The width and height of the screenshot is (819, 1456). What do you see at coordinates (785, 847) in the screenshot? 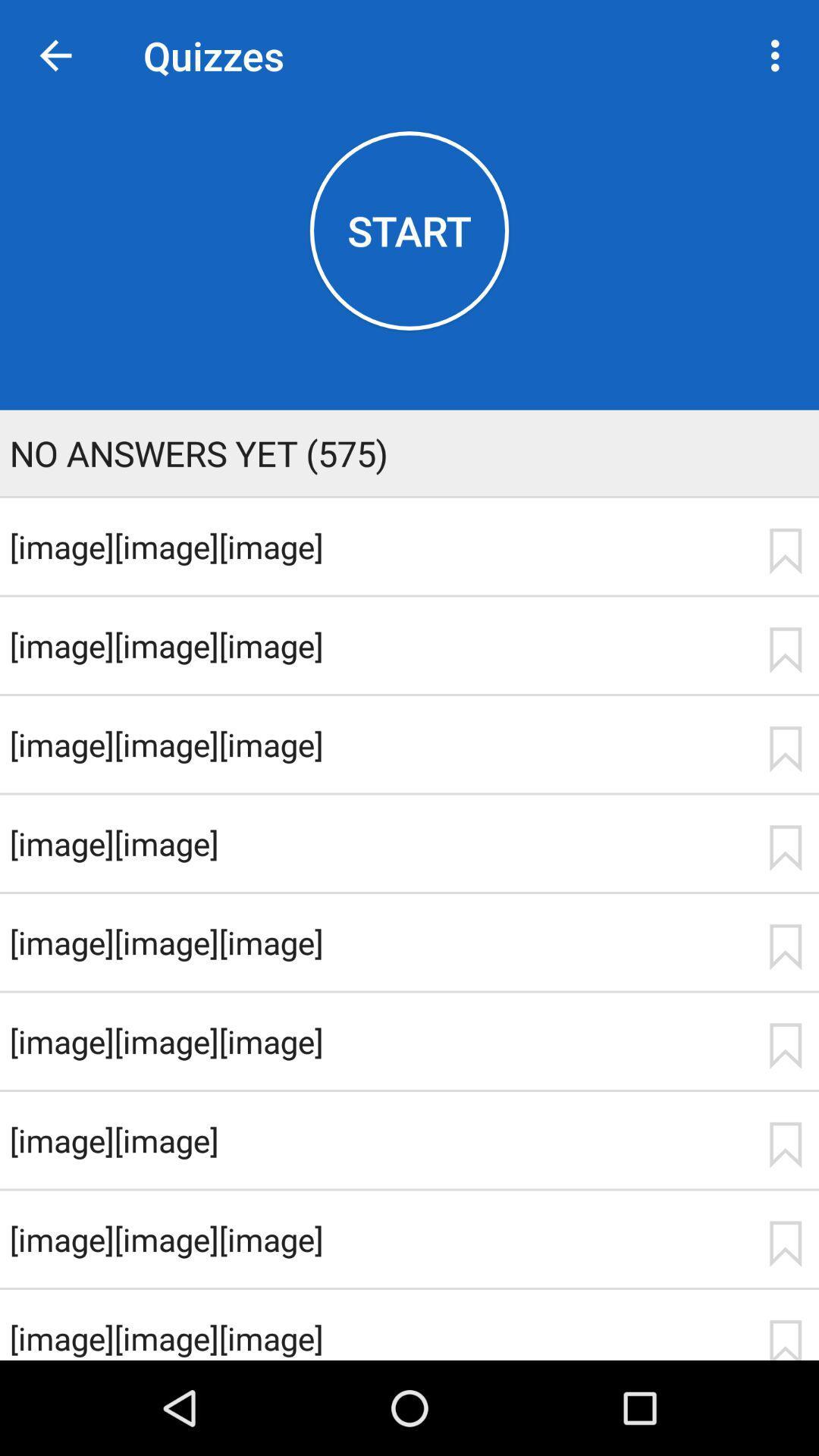
I see `item to the right of the [image][image] item` at bounding box center [785, 847].